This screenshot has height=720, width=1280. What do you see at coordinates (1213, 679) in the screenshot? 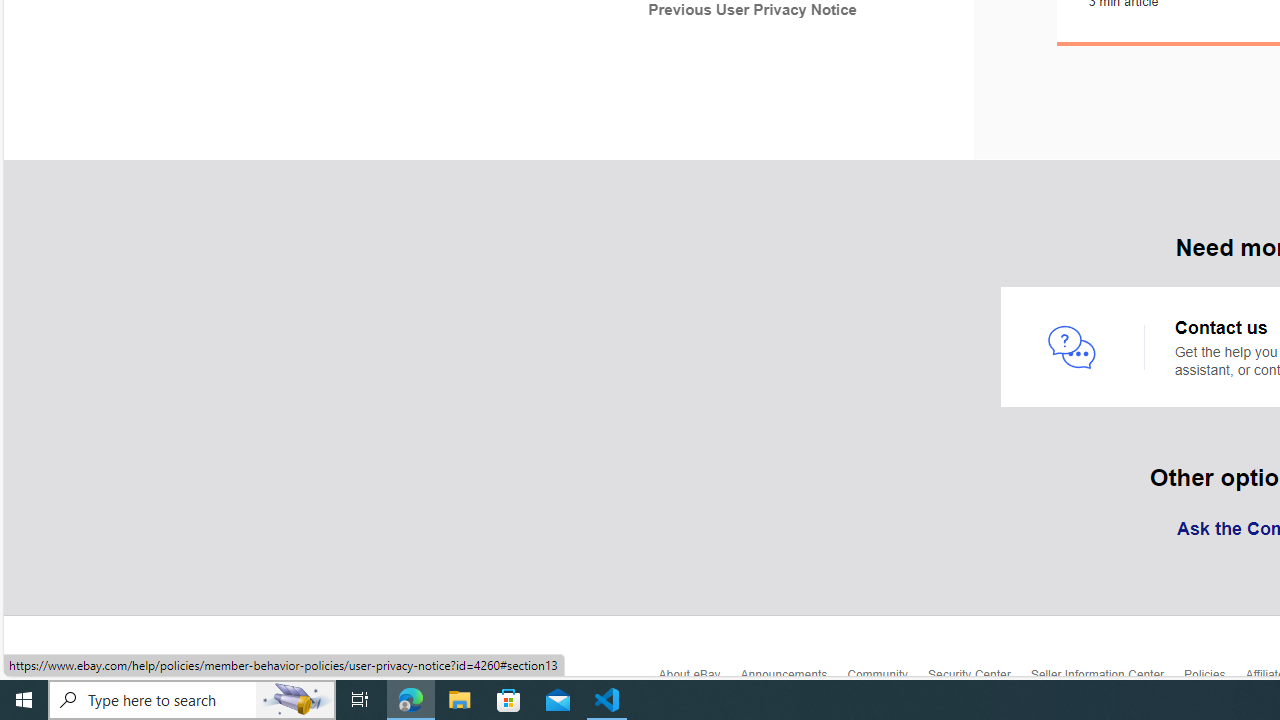
I see `'Policies'` at bounding box center [1213, 679].